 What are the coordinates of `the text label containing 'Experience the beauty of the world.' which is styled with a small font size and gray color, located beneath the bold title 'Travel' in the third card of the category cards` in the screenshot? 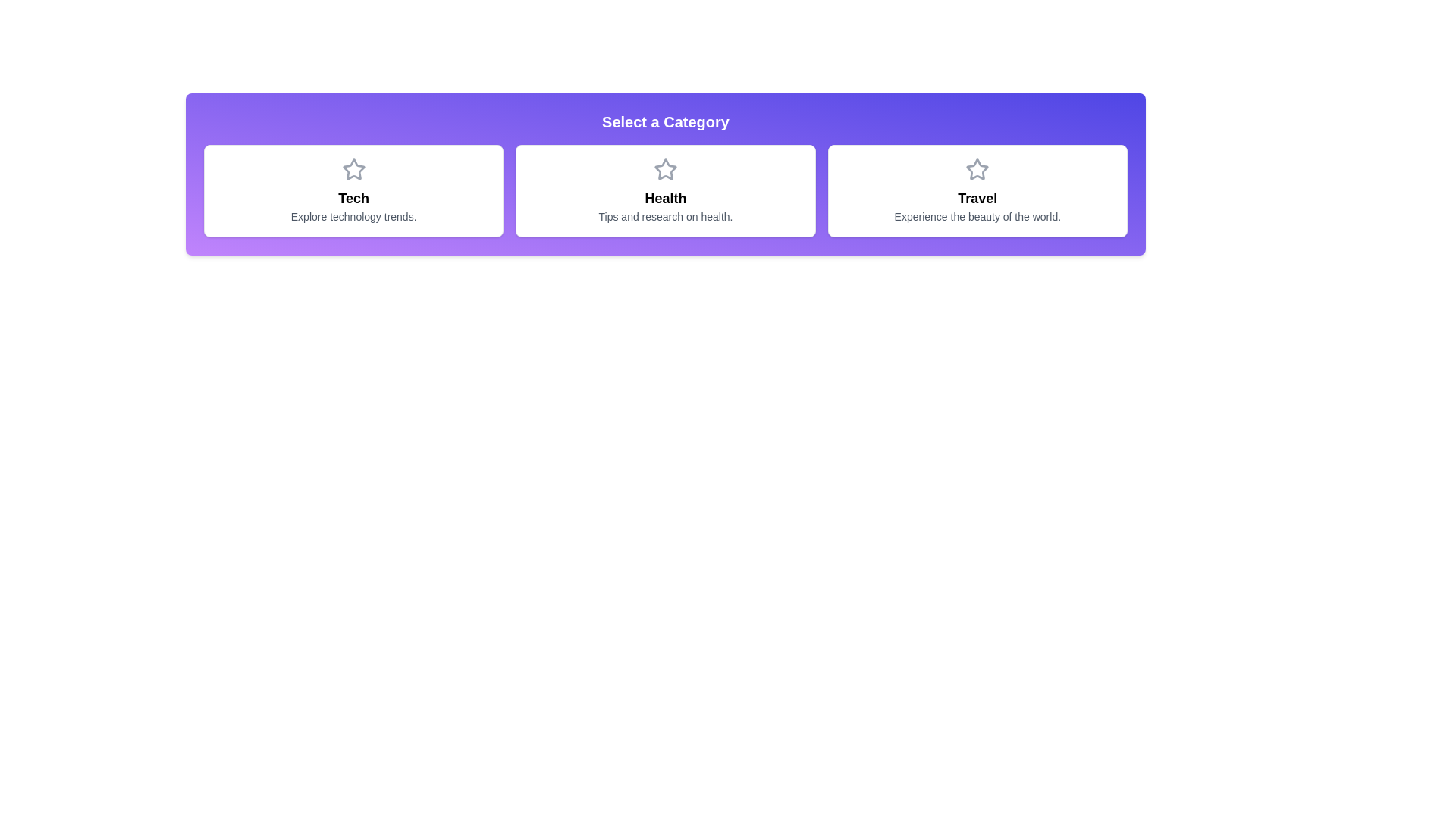 It's located at (977, 216).